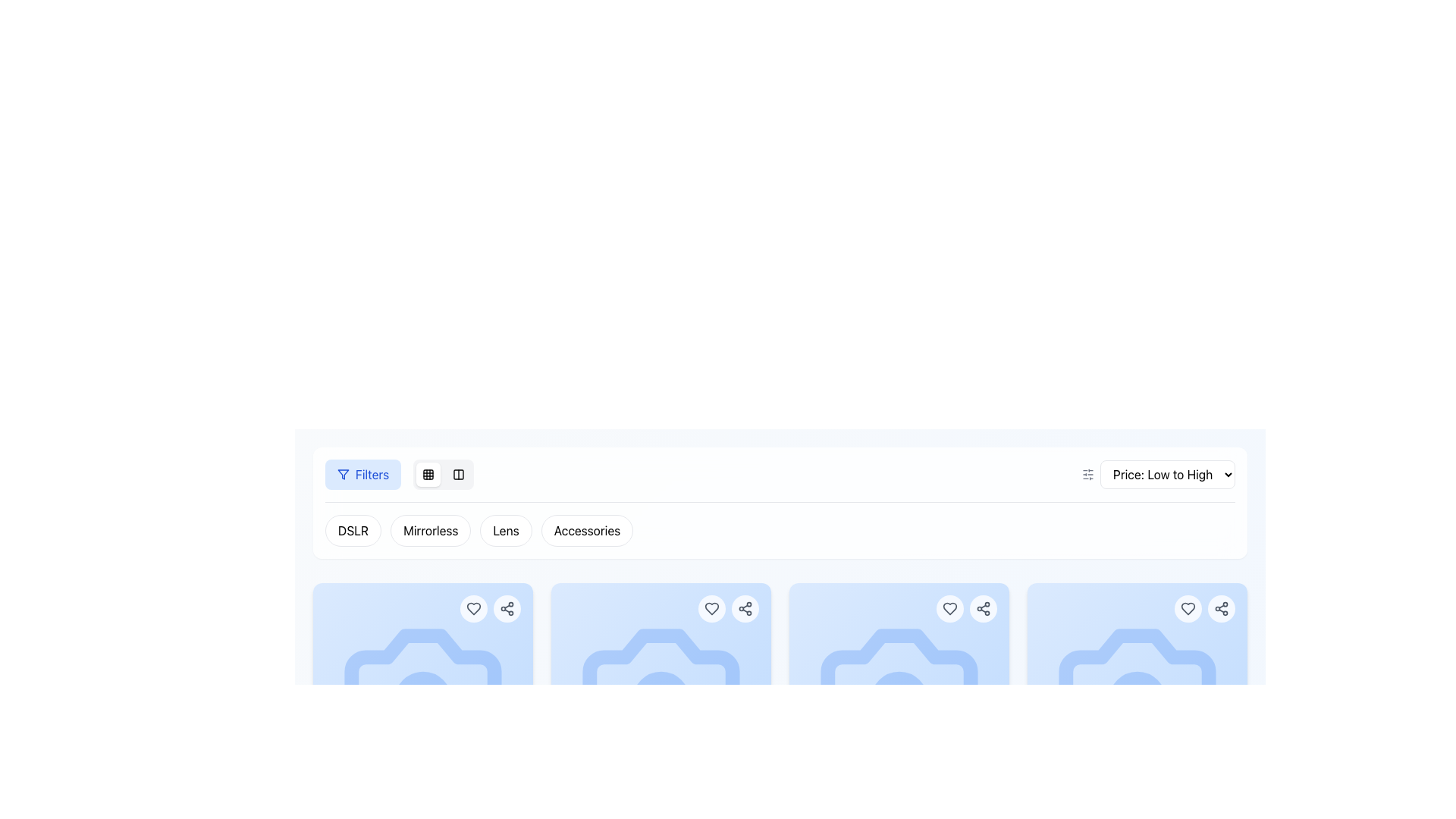  What do you see at coordinates (458, 473) in the screenshot?
I see `the vertically split rectangular button that resembles column view functionality by` at bounding box center [458, 473].